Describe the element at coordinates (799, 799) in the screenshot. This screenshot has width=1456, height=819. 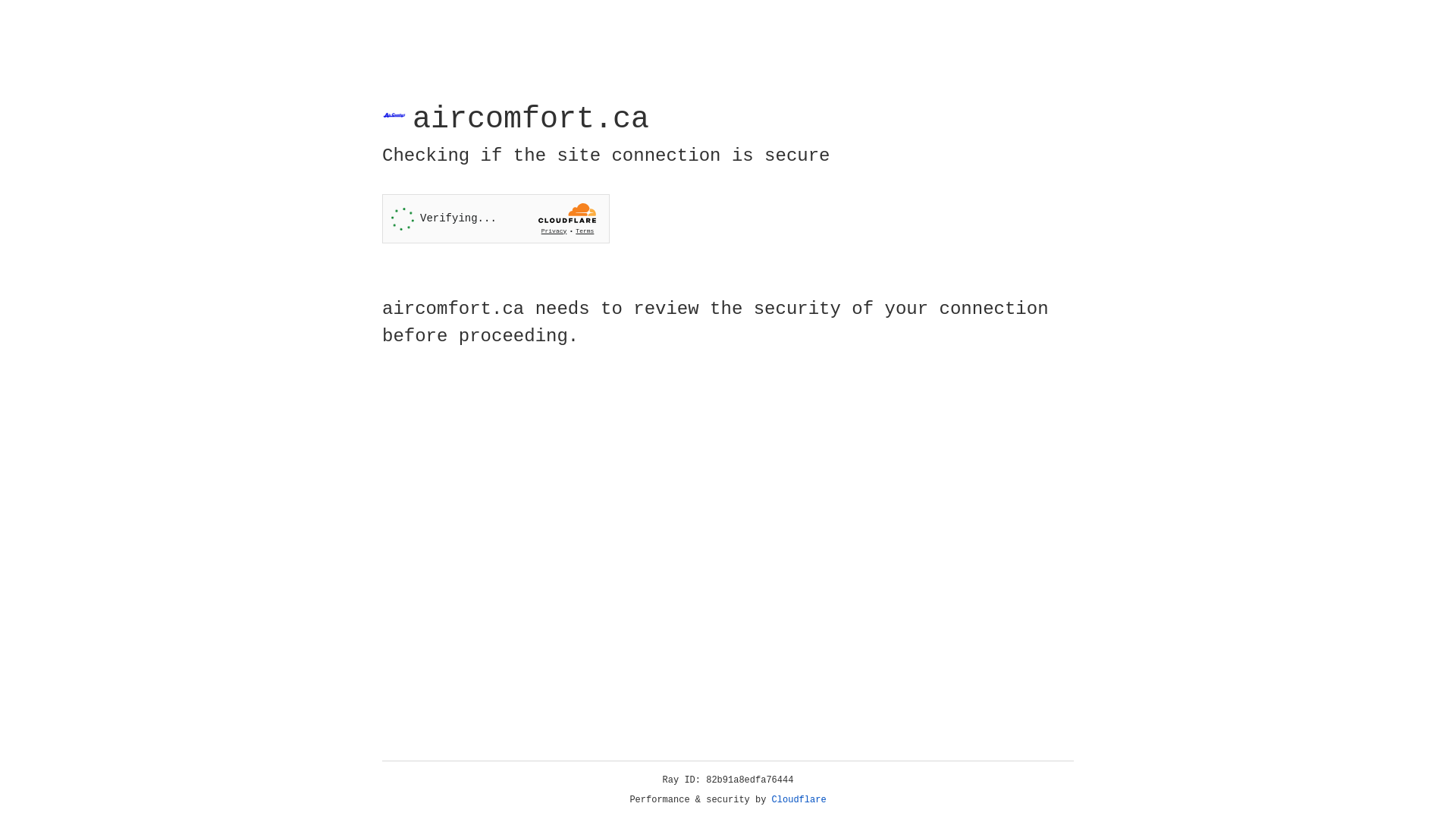
I see `'Cloudflare'` at that location.